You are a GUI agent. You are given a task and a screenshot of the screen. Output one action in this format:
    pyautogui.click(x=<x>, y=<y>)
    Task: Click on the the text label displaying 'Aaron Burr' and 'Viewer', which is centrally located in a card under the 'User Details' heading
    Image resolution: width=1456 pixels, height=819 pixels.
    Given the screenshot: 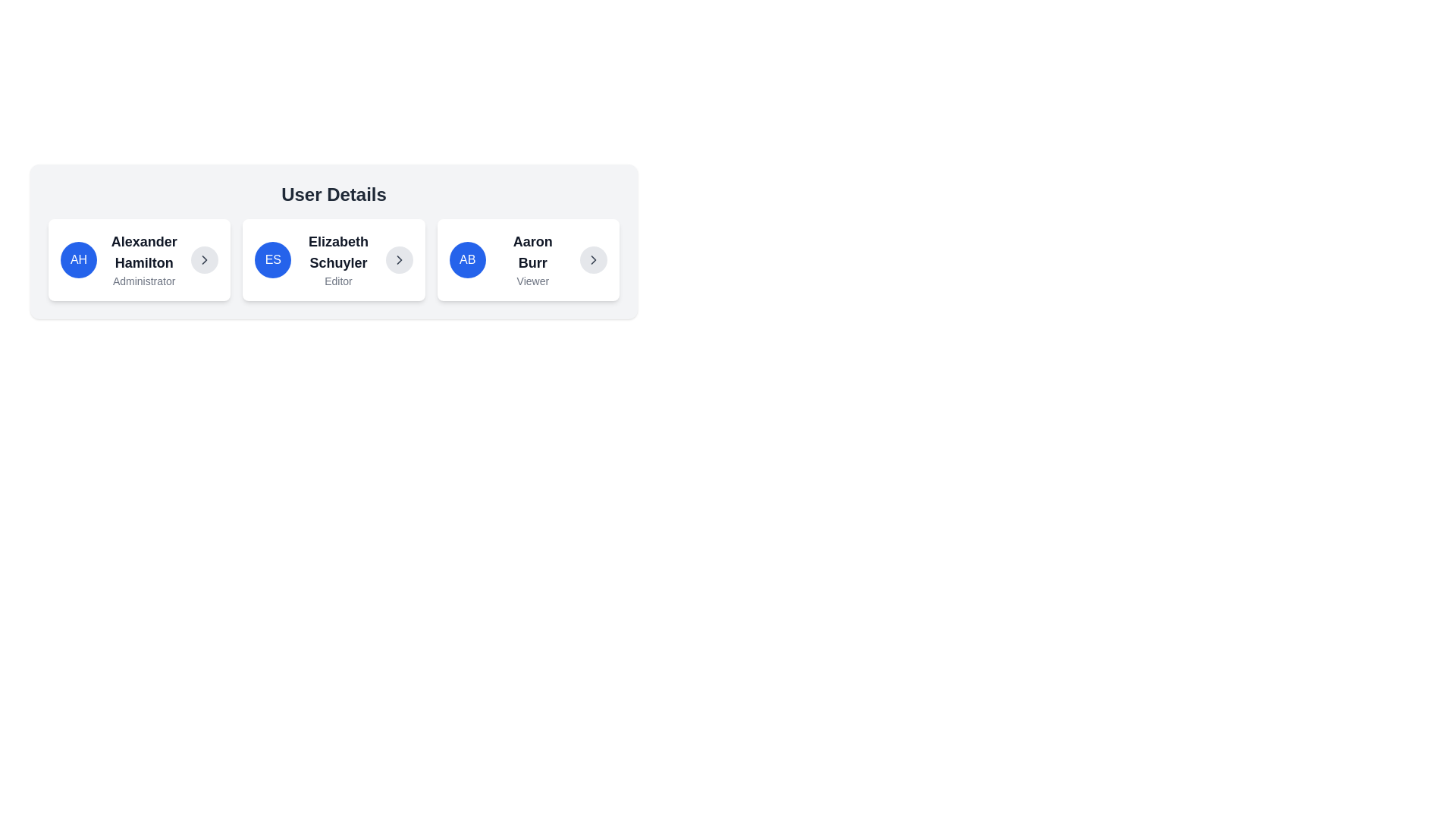 What is the action you would take?
    pyautogui.click(x=532, y=259)
    